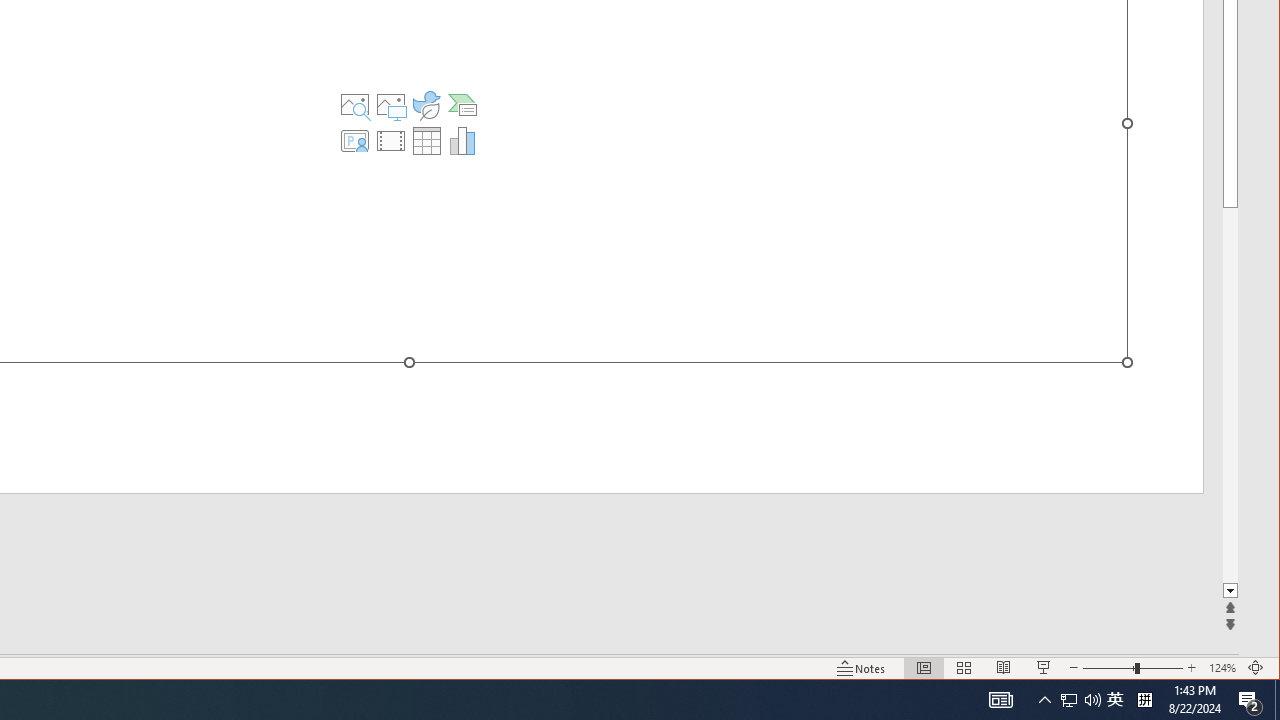 The image size is (1280, 720). Describe the element at coordinates (391, 140) in the screenshot. I see `'Insert Video'` at that location.